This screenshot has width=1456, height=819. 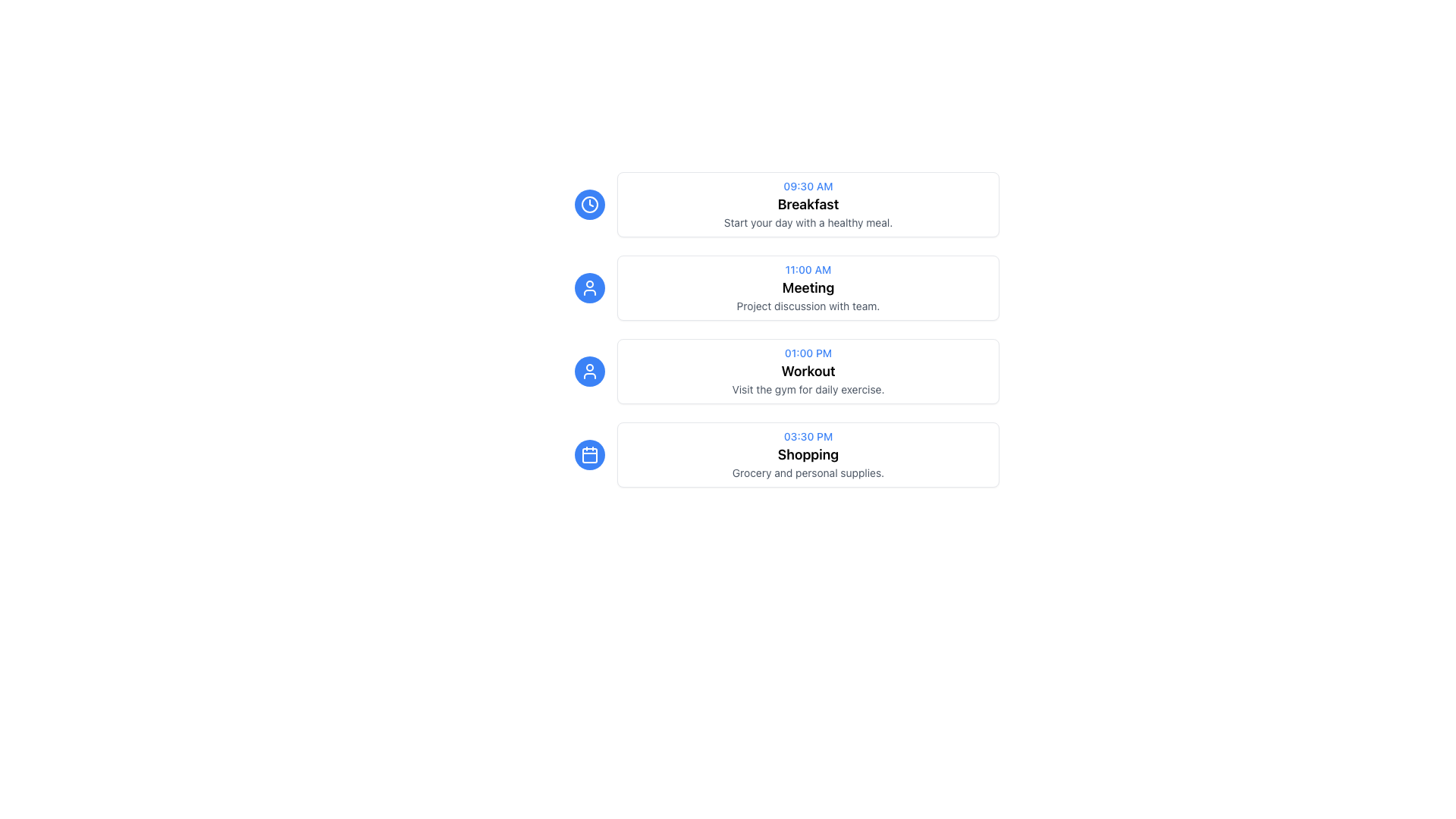 What do you see at coordinates (781, 205) in the screenshot?
I see `the informational card titled 'Breakfast' which provides details about the event at '09:30 AM' and includes the note 'Start your day with a healthy meal.'` at bounding box center [781, 205].